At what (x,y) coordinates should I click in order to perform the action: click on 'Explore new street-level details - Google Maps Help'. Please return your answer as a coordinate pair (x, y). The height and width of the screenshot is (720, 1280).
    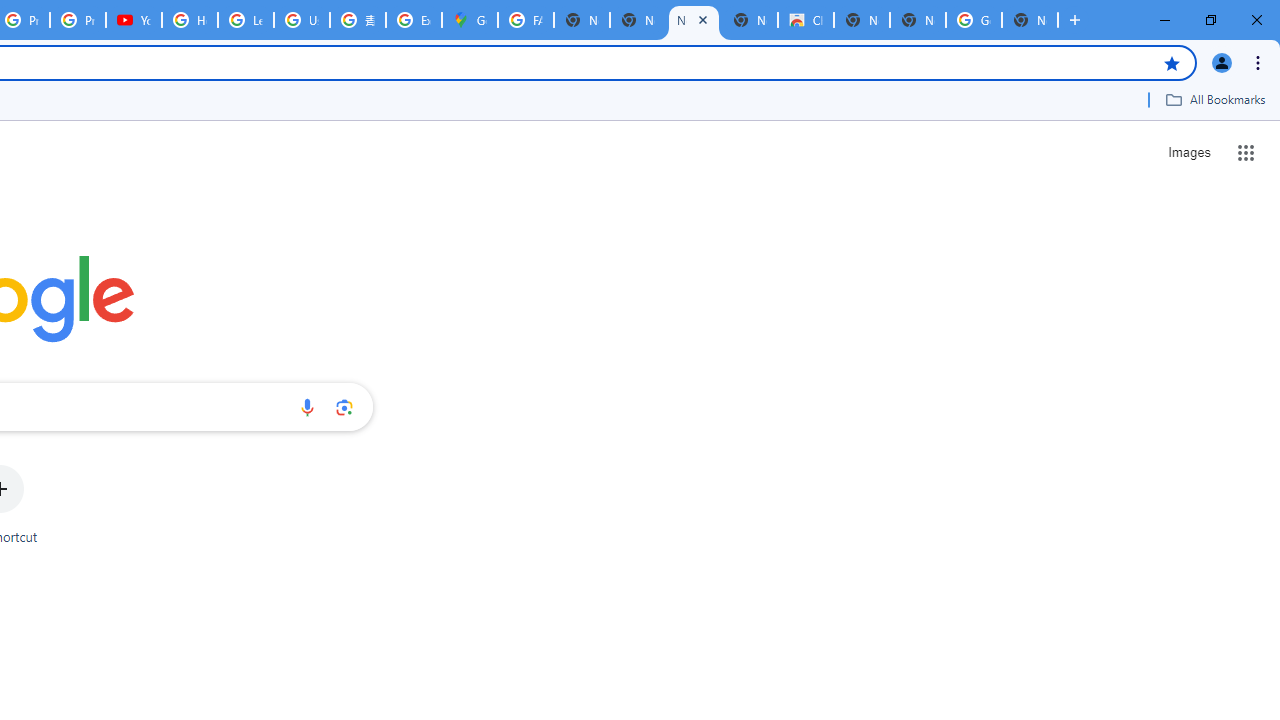
    Looking at the image, I should click on (413, 20).